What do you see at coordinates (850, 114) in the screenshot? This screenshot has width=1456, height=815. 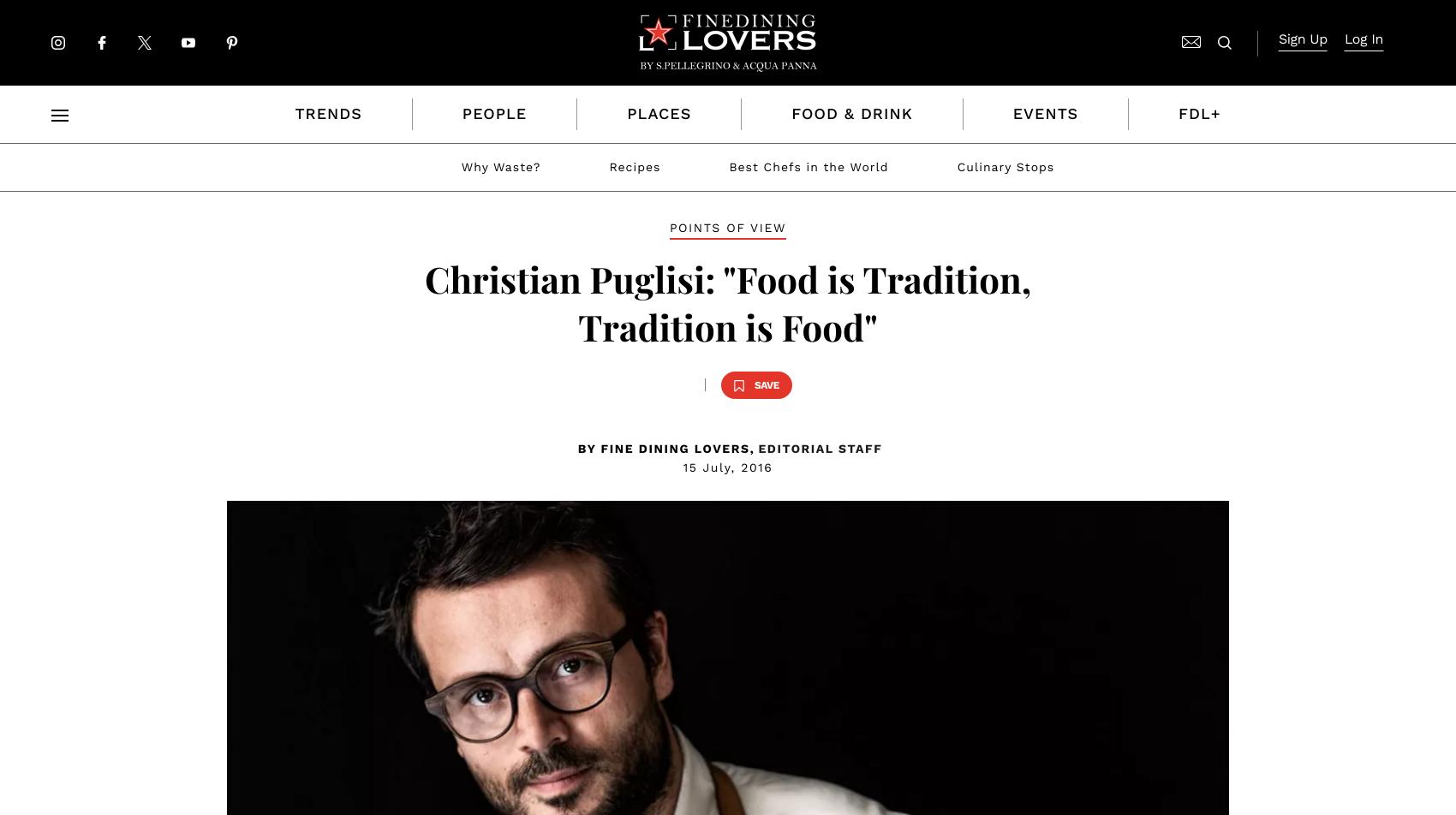 I see `'Food & Drink'` at bounding box center [850, 114].